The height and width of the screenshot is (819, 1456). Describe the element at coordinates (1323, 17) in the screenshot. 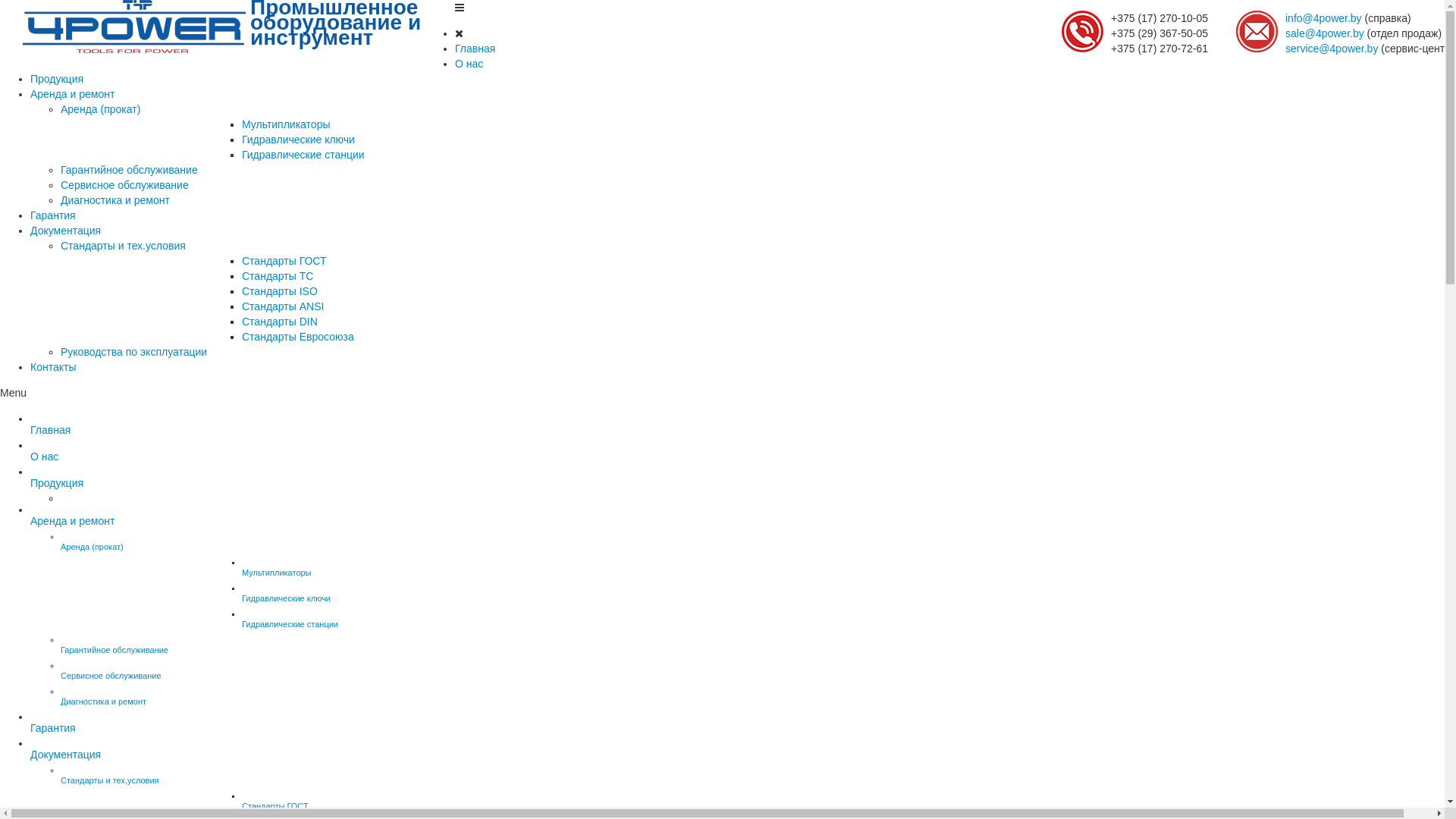

I see `'info@4power.by'` at that location.